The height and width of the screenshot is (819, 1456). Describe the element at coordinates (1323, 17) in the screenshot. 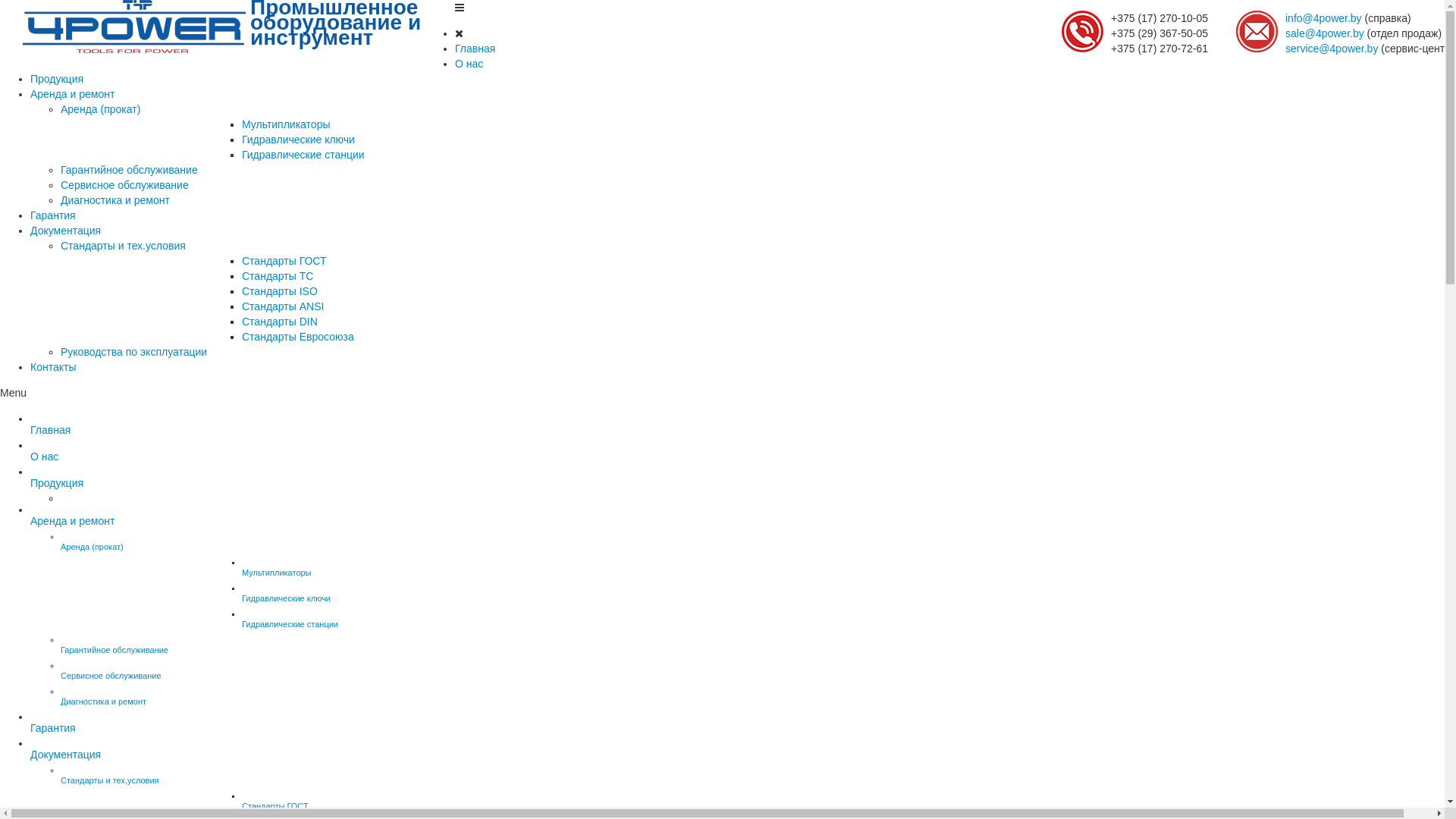

I see `'info@4power.by'` at that location.